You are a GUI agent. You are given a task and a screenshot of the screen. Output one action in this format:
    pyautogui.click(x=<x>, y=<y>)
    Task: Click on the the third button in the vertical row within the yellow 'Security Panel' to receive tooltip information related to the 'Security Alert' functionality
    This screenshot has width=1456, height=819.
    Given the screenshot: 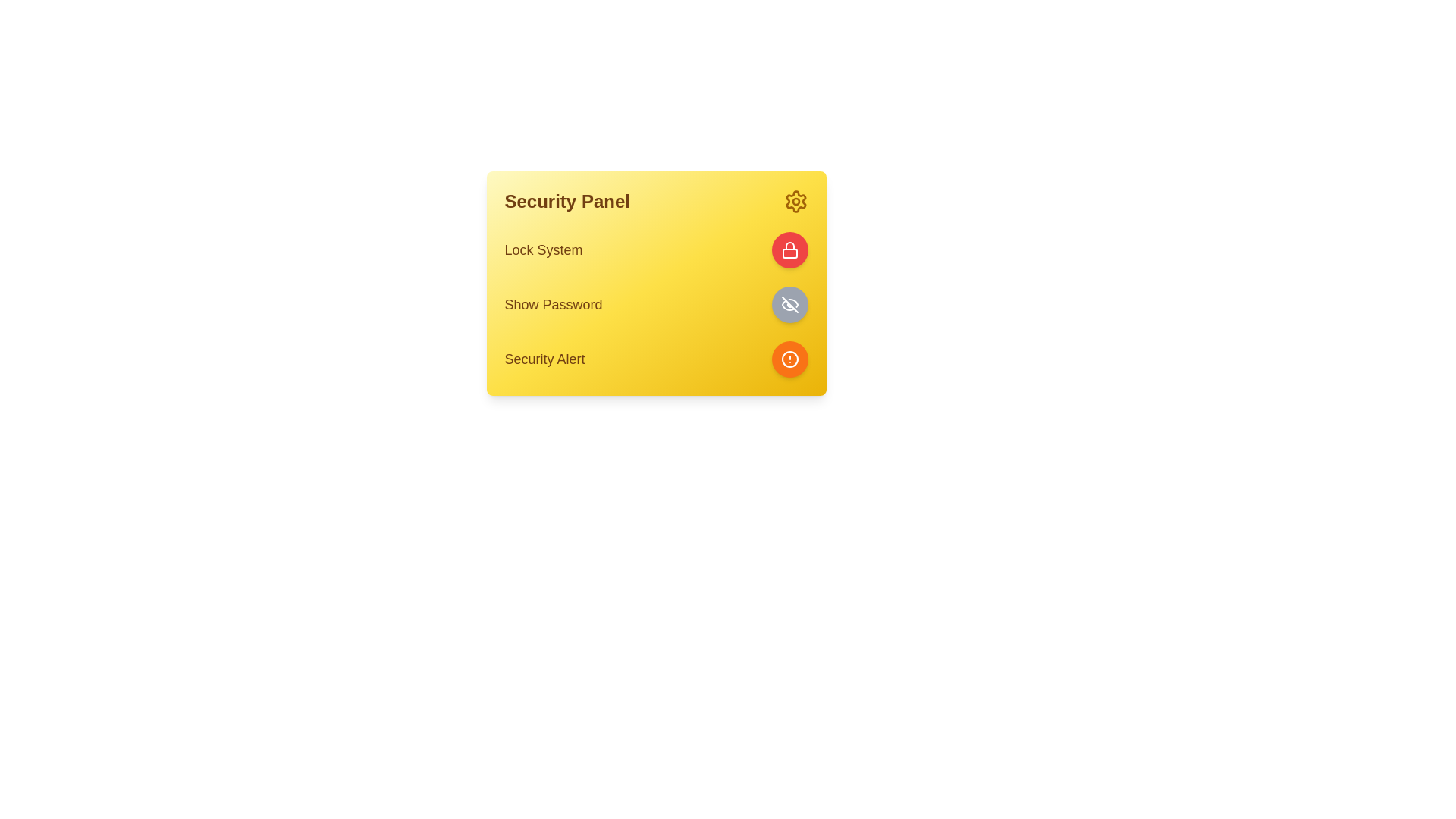 What is the action you would take?
    pyautogui.click(x=789, y=359)
    